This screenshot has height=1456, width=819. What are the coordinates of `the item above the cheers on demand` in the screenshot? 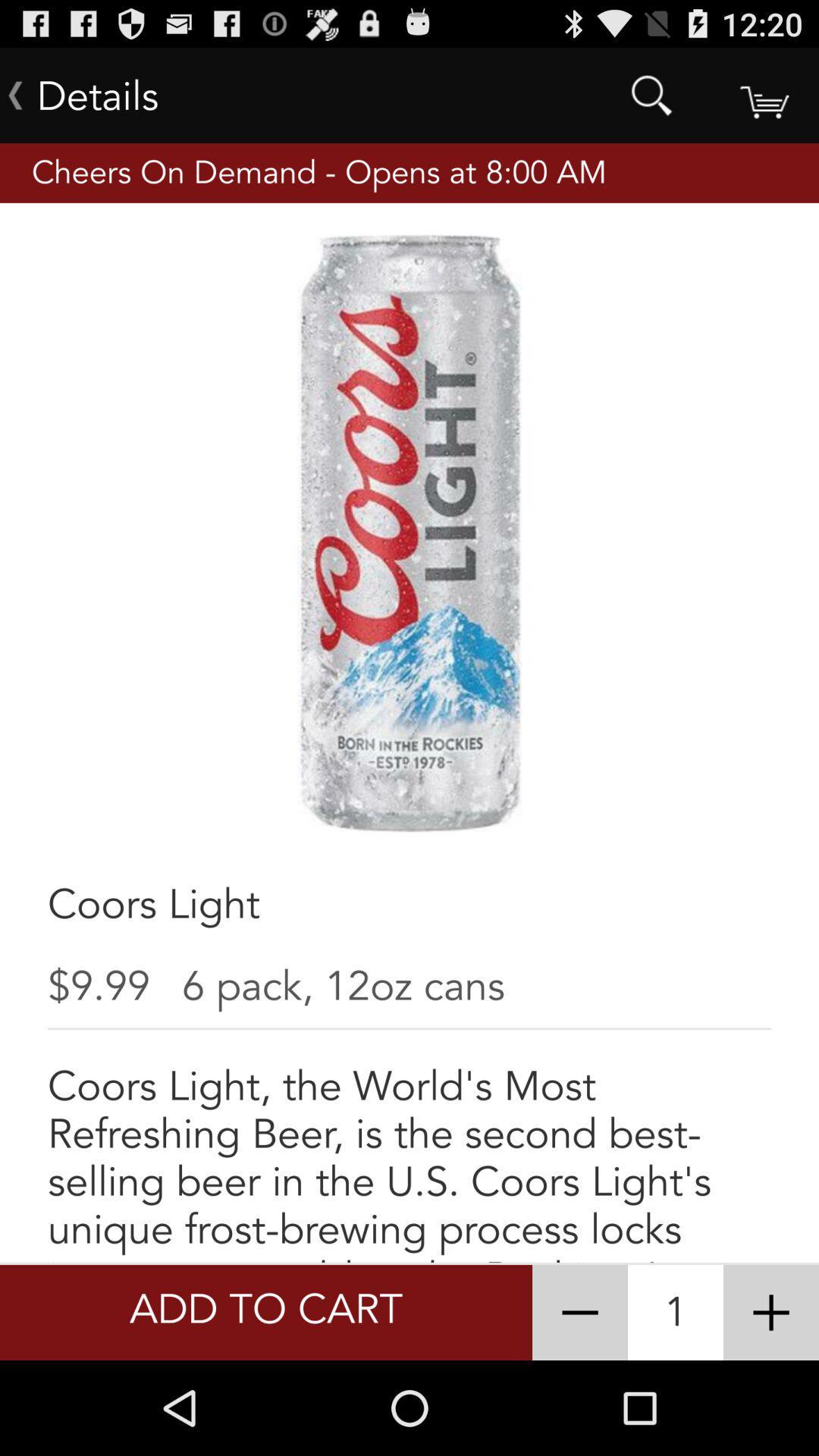 It's located at (651, 94).